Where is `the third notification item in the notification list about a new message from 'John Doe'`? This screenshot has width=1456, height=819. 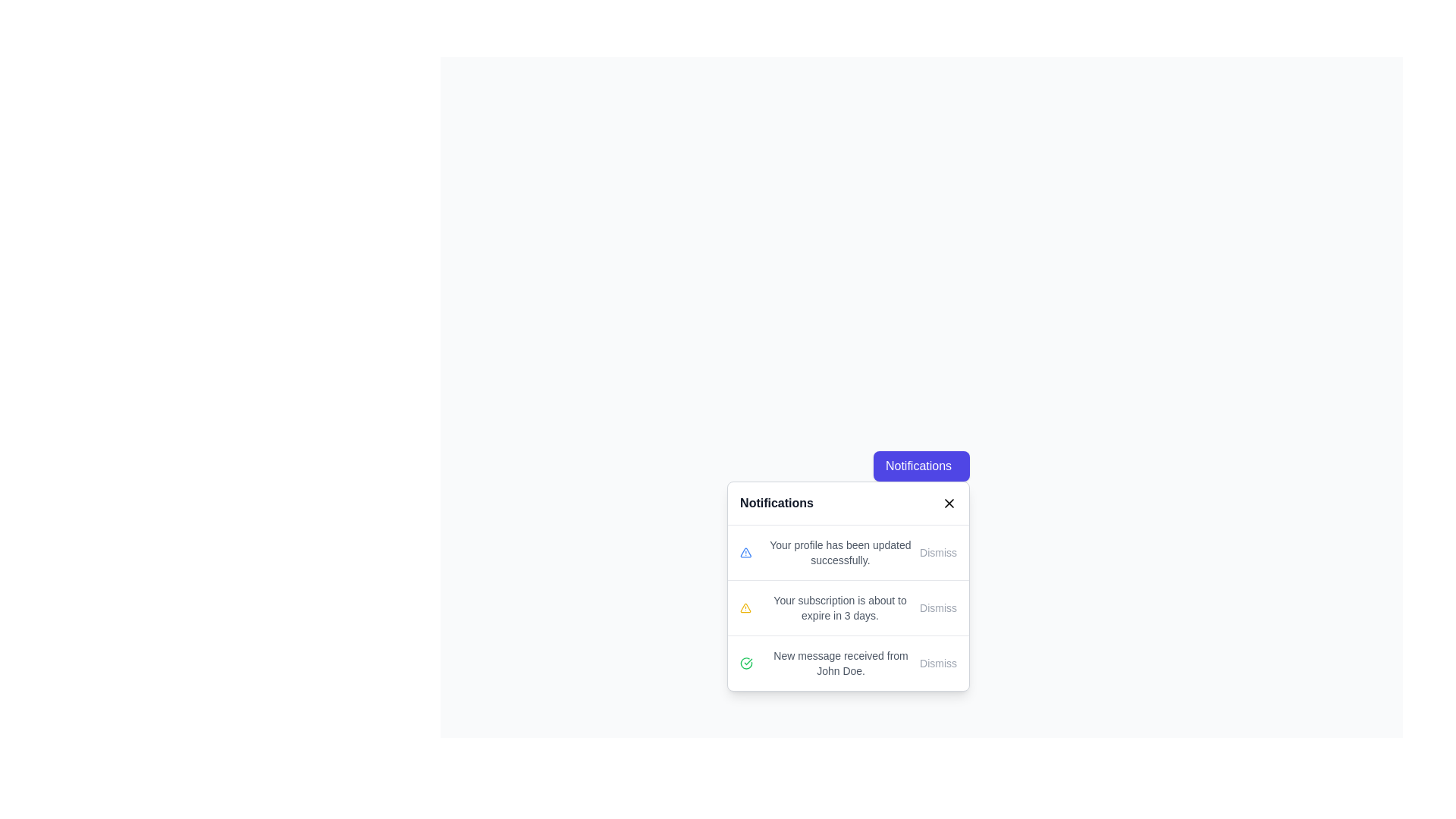
the third notification item in the notification list about a new message from 'John Doe' is located at coordinates (848, 662).